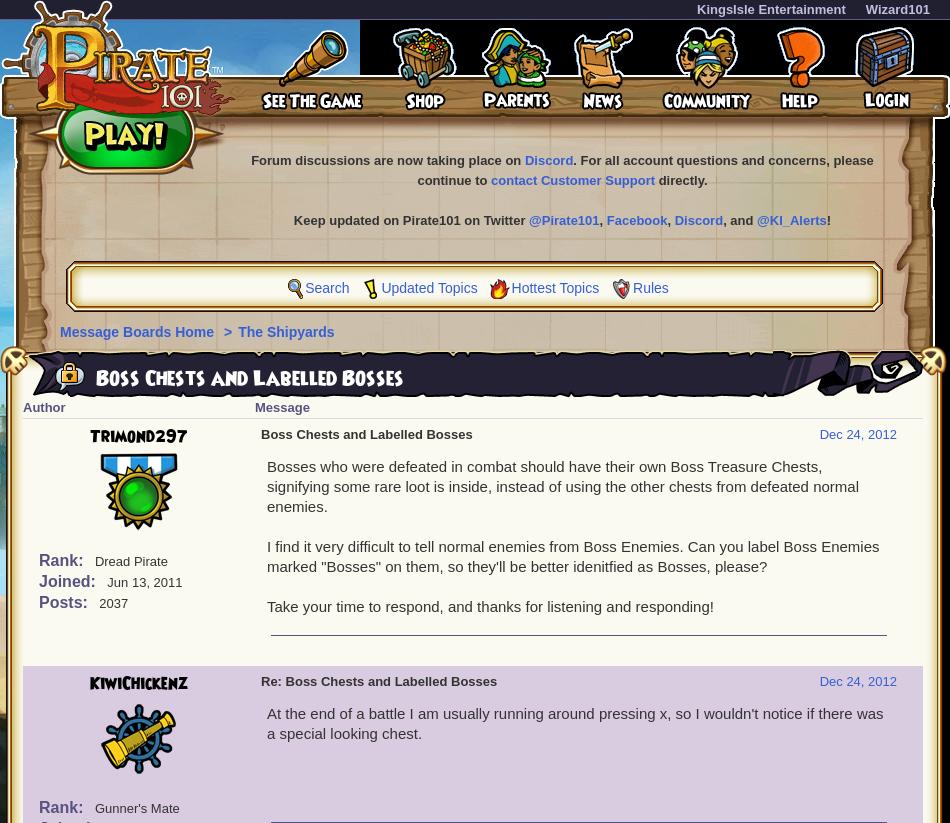  I want to click on '@Pirate101', so click(564, 220).